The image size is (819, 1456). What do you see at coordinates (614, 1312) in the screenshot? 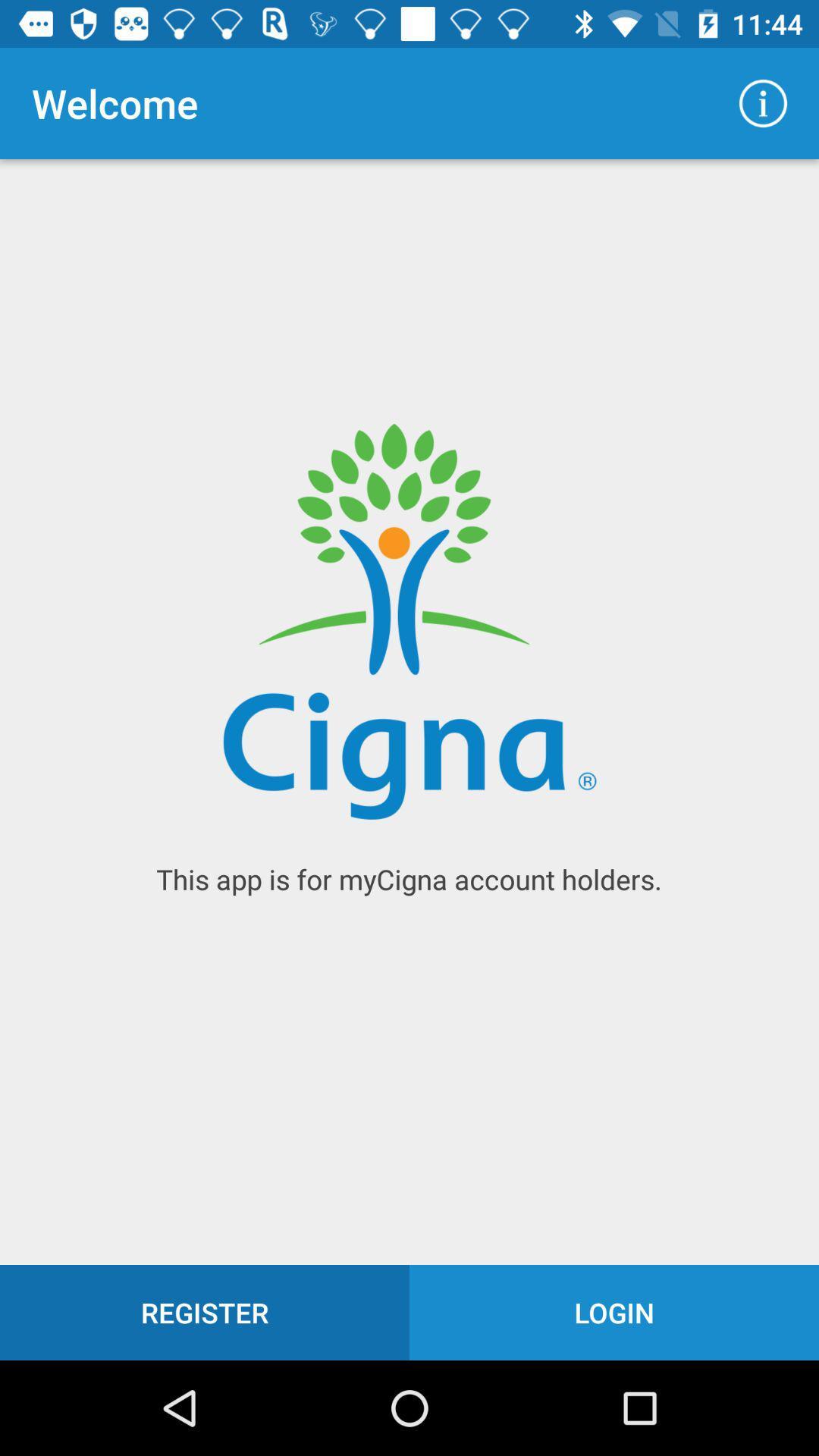
I see `login` at bounding box center [614, 1312].